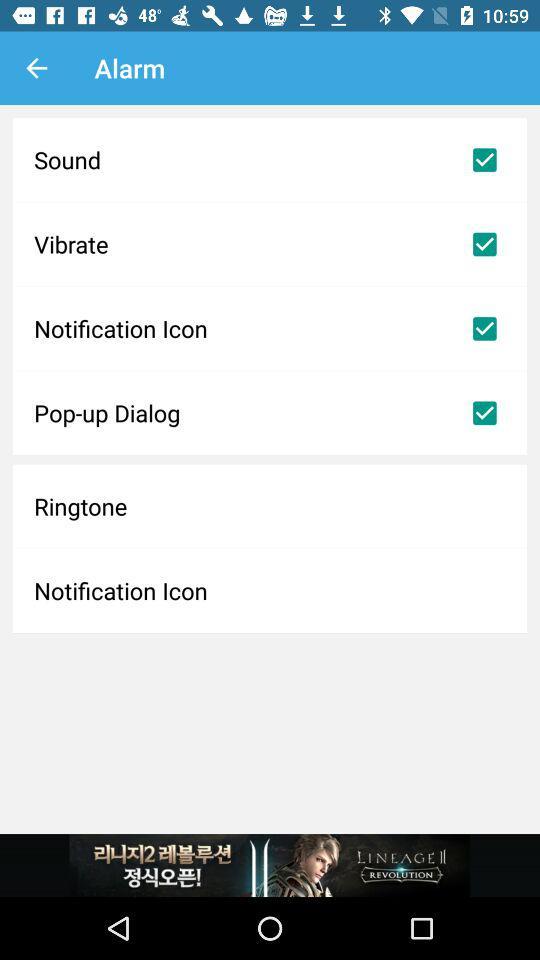  I want to click on the item below sound item, so click(270, 243).